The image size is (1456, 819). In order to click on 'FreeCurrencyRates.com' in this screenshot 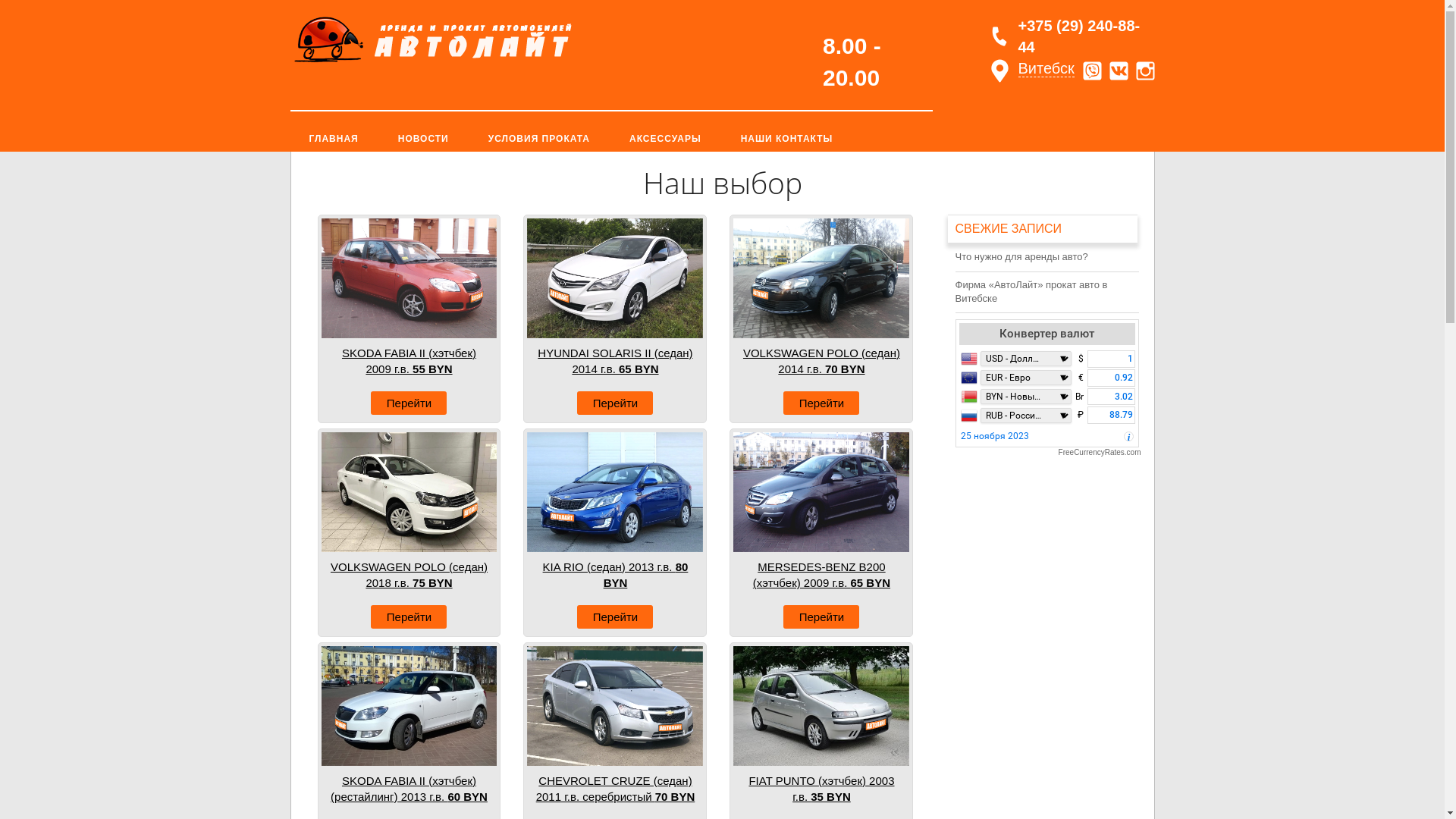, I will do `click(1047, 452)`.